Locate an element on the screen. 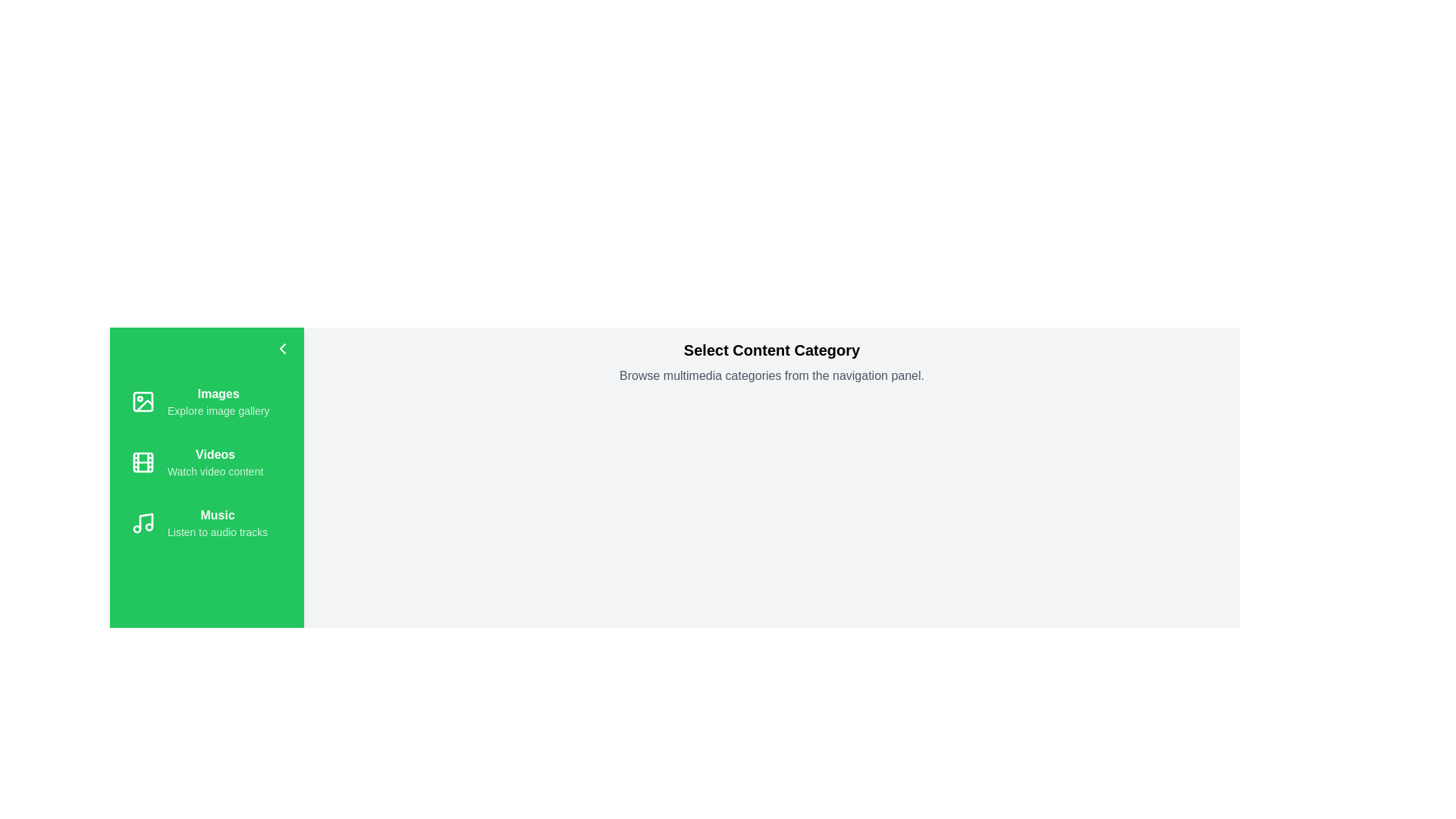  the icon for Videos in the navigation drawer is located at coordinates (143, 461).